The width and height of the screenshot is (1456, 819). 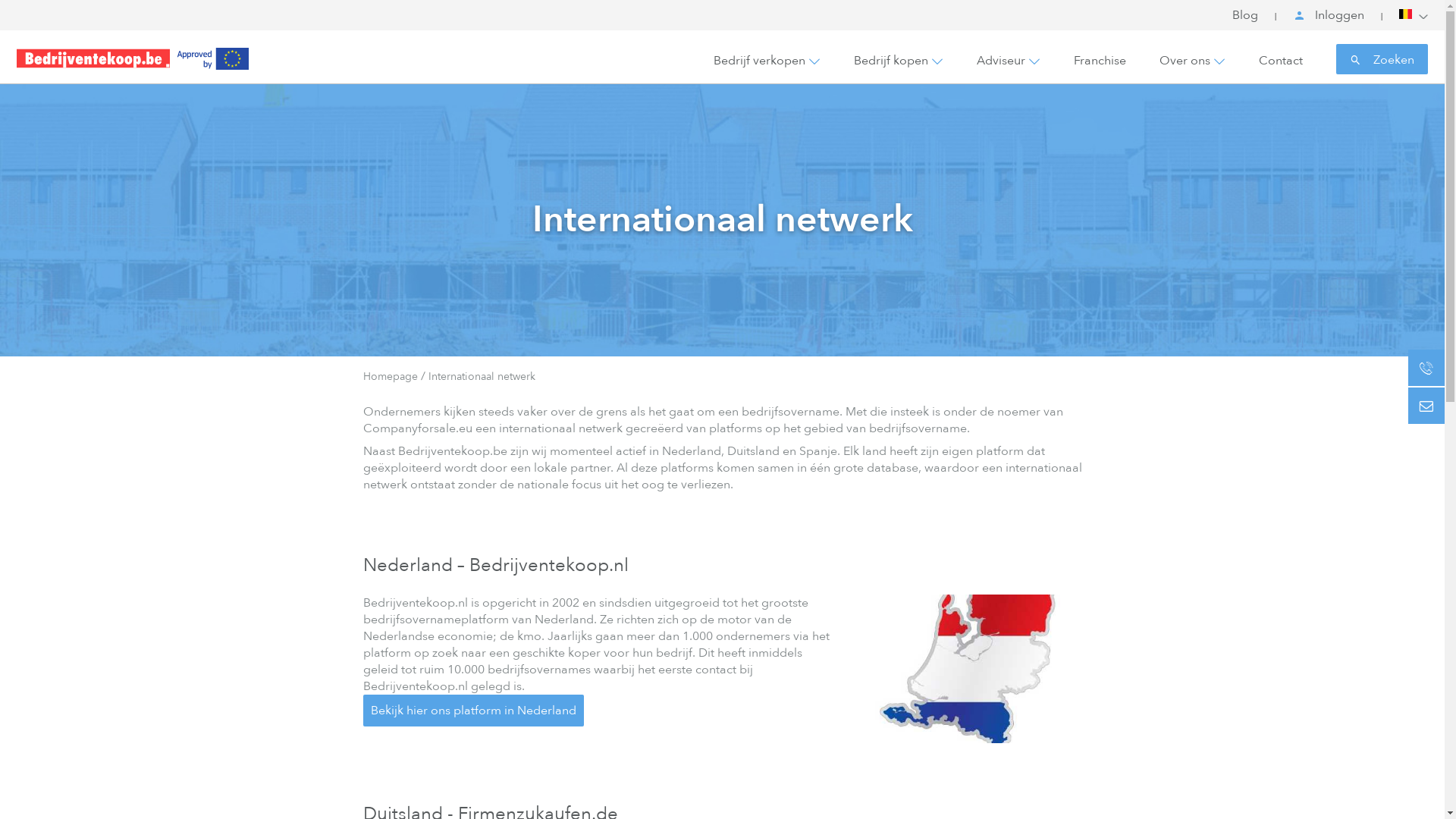 What do you see at coordinates (362, 375) in the screenshot?
I see `'Homepage'` at bounding box center [362, 375].